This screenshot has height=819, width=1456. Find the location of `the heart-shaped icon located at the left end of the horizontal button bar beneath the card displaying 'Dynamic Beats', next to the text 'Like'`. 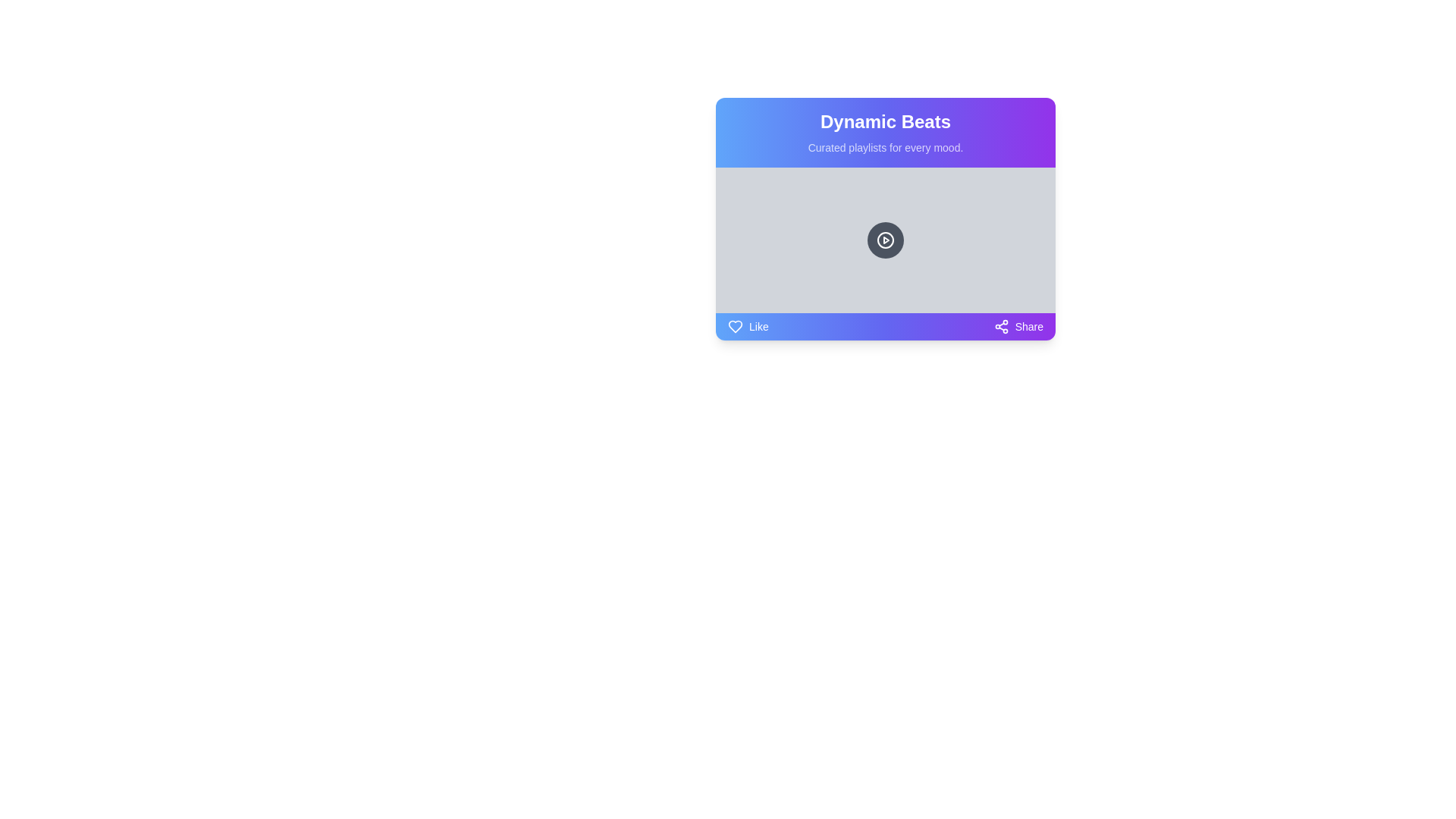

the heart-shaped icon located at the left end of the horizontal button bar beneath the card displaying 'Dynamic Beats', next to the text 'Like' is located at coordinates (735, 326).